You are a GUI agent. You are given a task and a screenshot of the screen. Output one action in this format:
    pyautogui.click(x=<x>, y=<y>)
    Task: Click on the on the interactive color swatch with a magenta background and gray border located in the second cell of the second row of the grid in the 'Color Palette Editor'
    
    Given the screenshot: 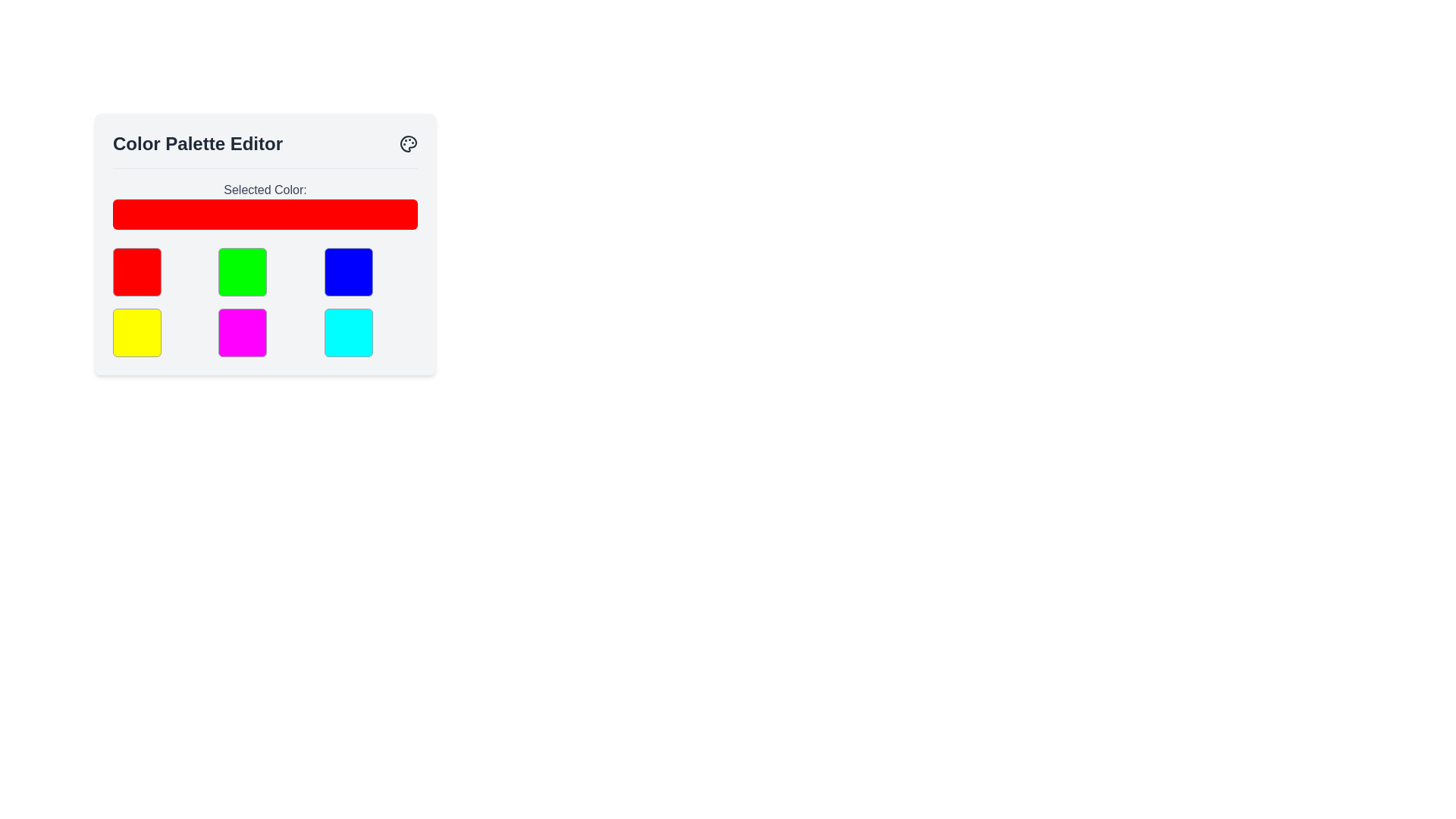 What is the action you would take?
    pyautogui.click(x=243, y=332)
    